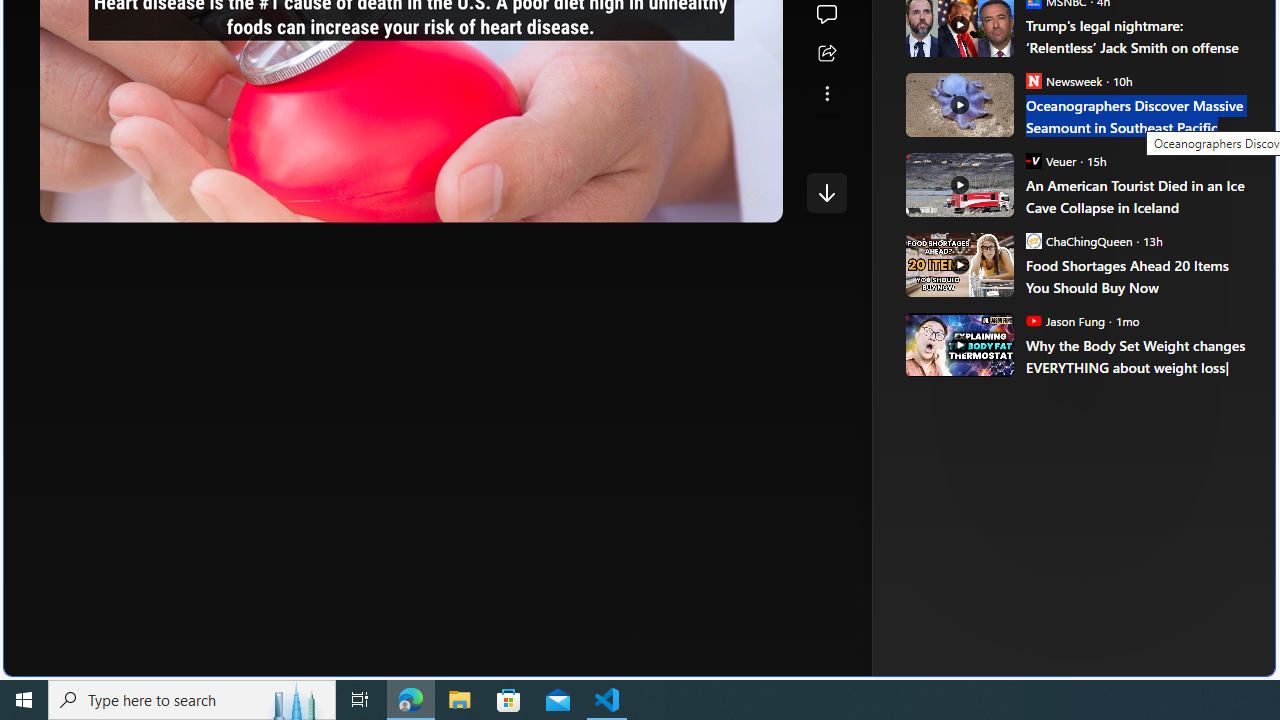  Describe the element at coordinates (826, 53) in the screenshot. I see `'Share this story'` at that location.